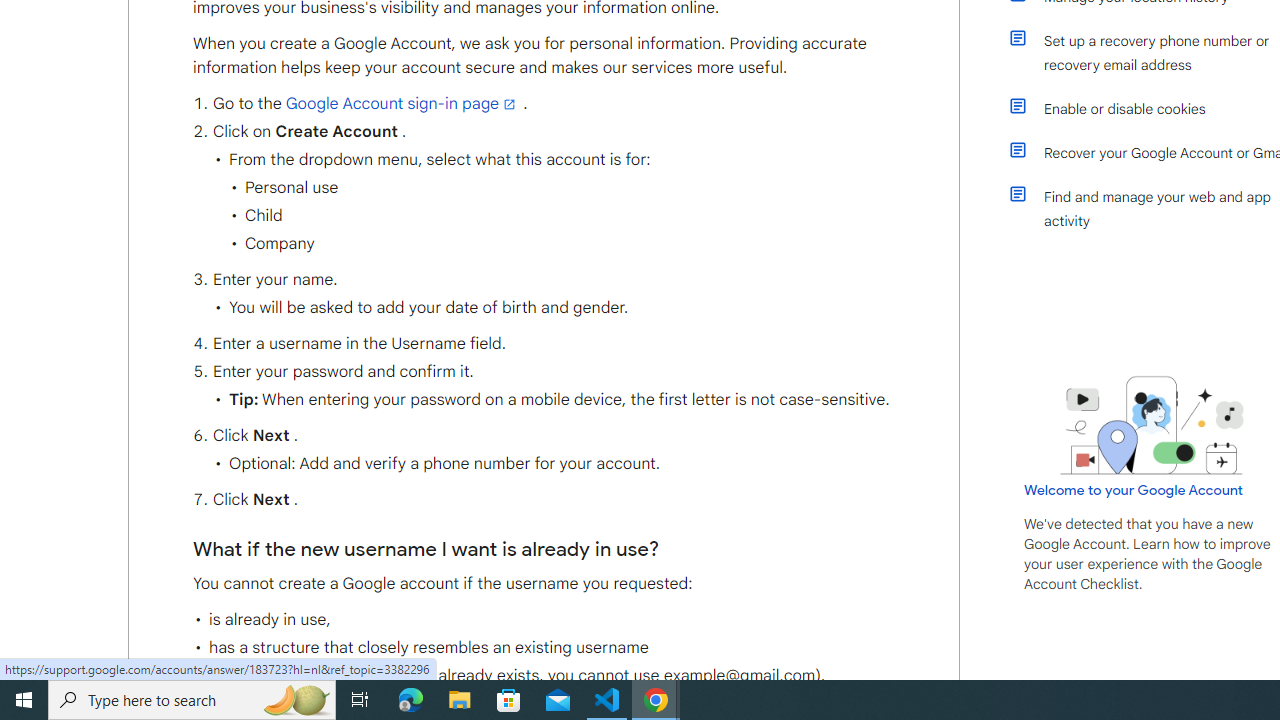 This screenshot has width=1280, height=720. Describe the element at coordinates (1134, 489) in the screenshot. I see `'Welcome to your Google Account'` at that location.